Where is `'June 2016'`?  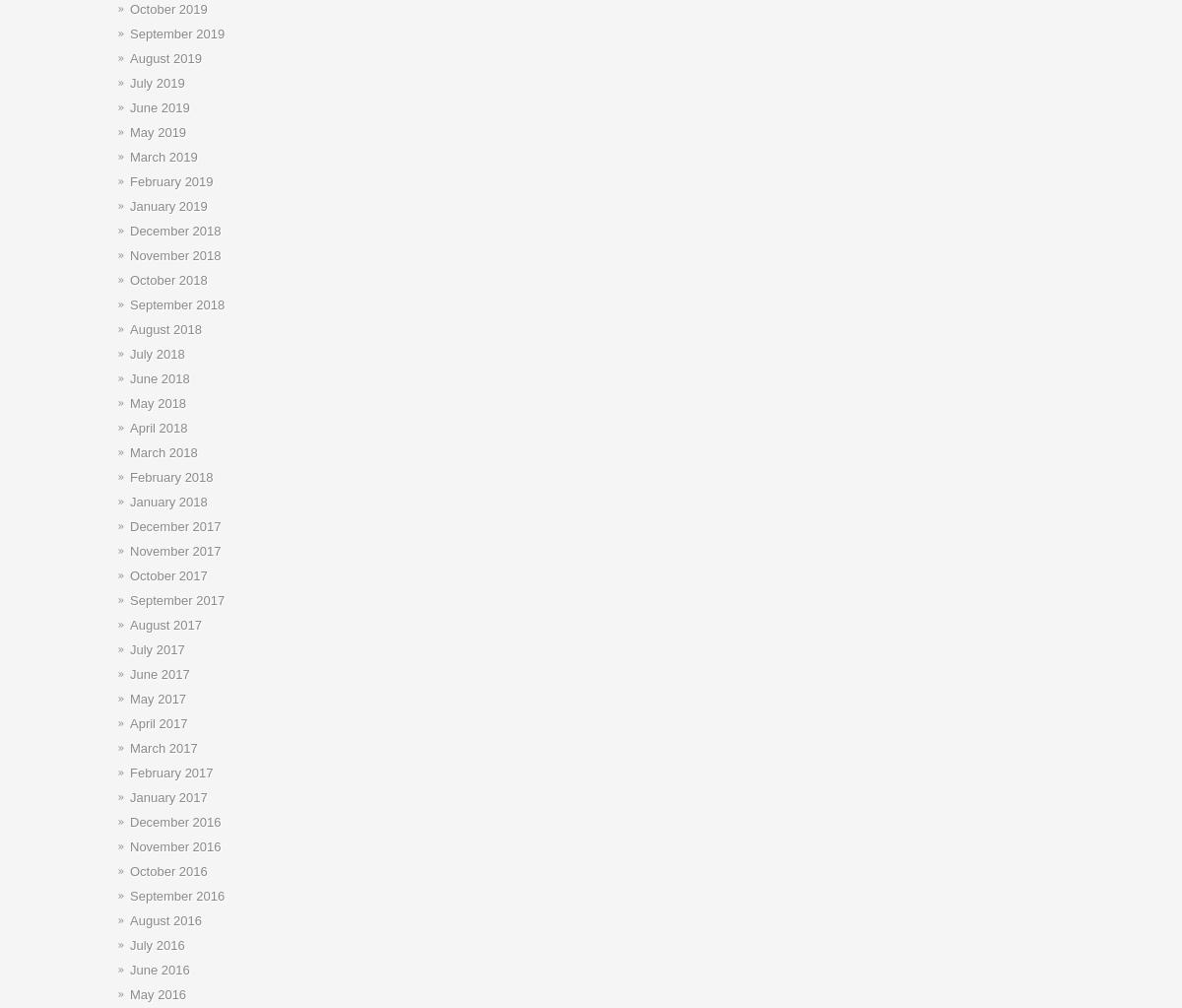
'June 2016' is located at coordinates (159, 970).